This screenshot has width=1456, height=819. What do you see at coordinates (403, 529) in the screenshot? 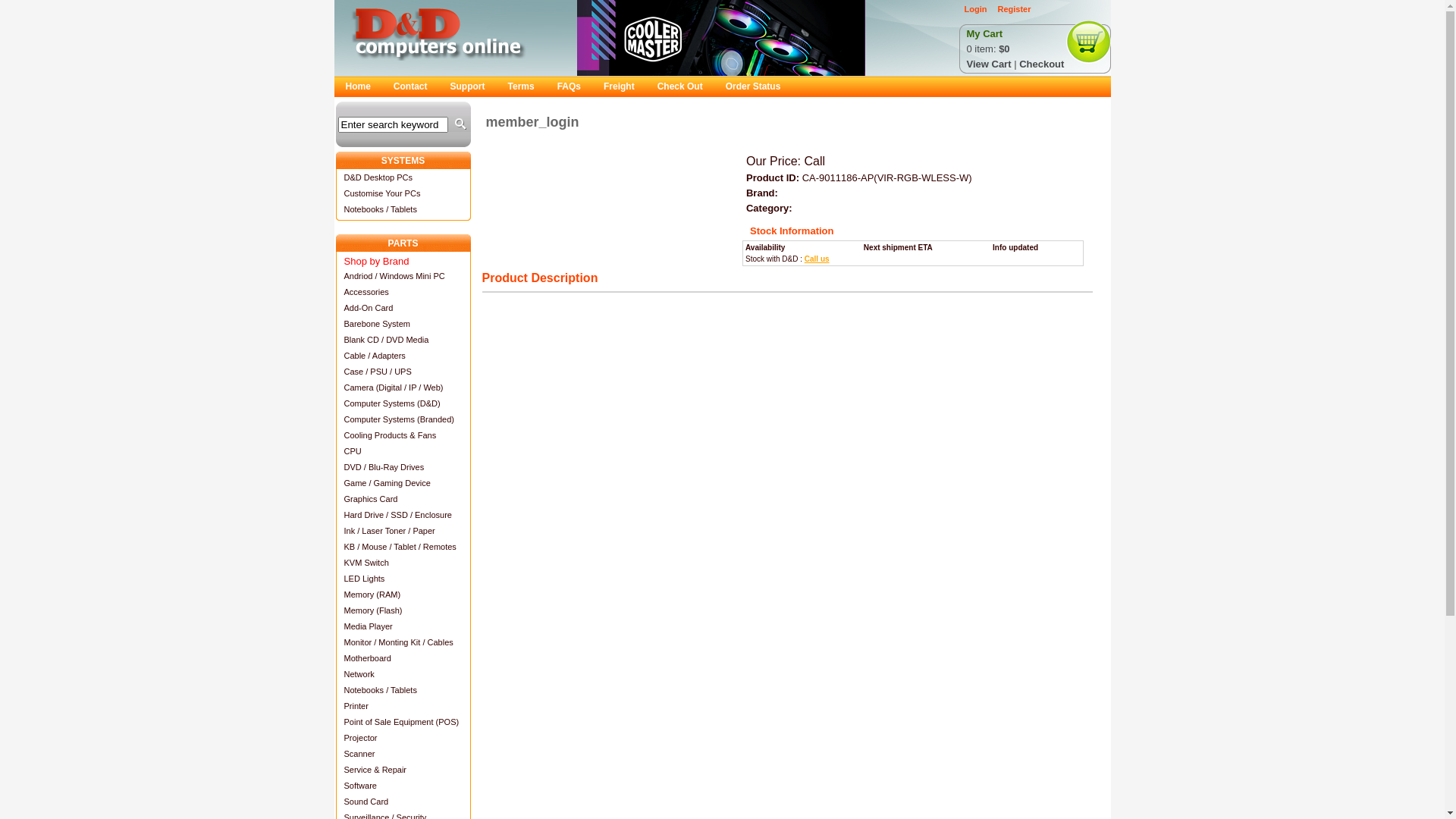
I see `'Ink / Laser Toner / Paper'` at bounding box center [403, 529].